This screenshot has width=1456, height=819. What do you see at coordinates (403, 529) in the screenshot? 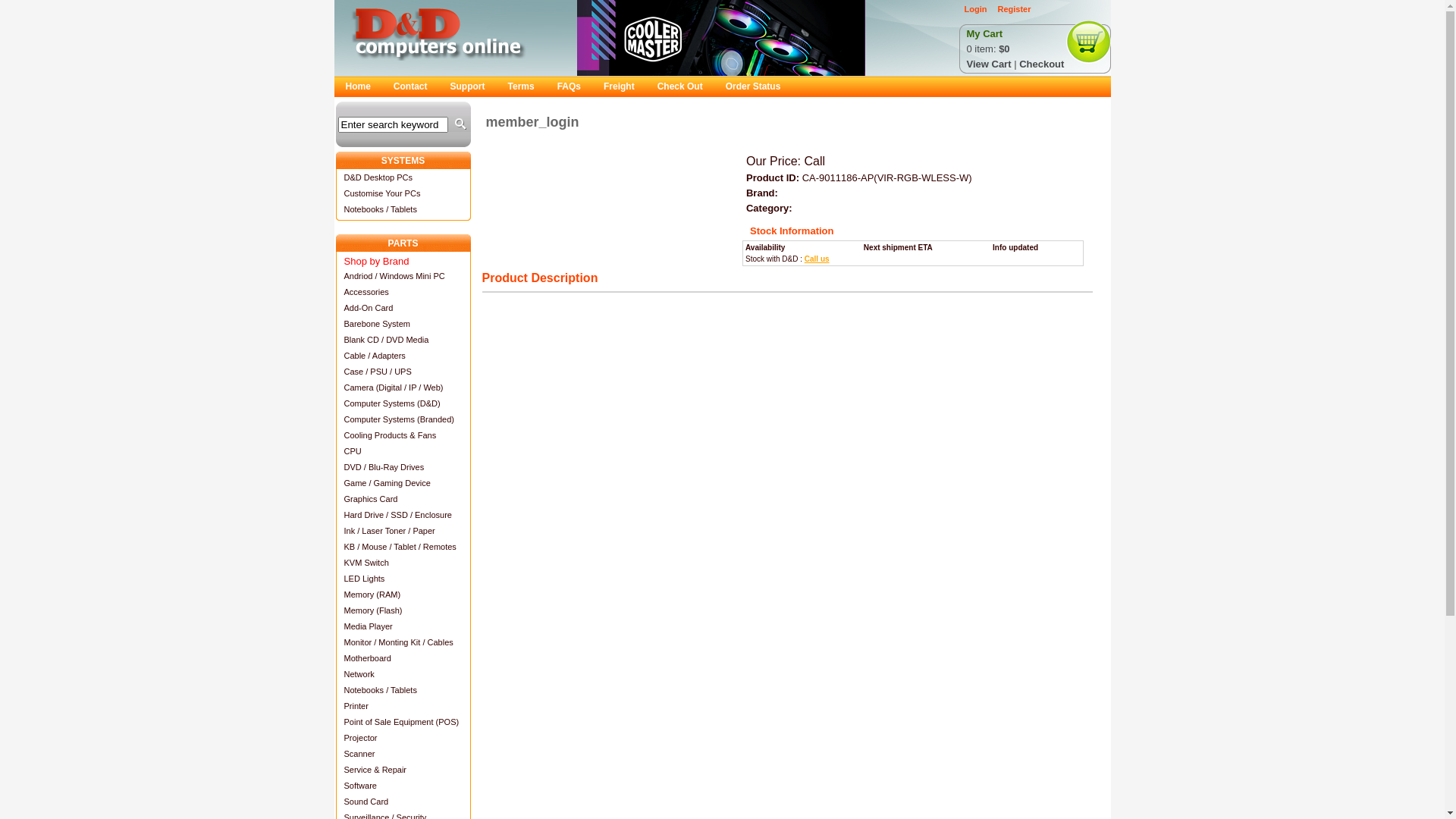
I see `'Ink / Laser Toner / Paper'` at bounding box center [403, 529].